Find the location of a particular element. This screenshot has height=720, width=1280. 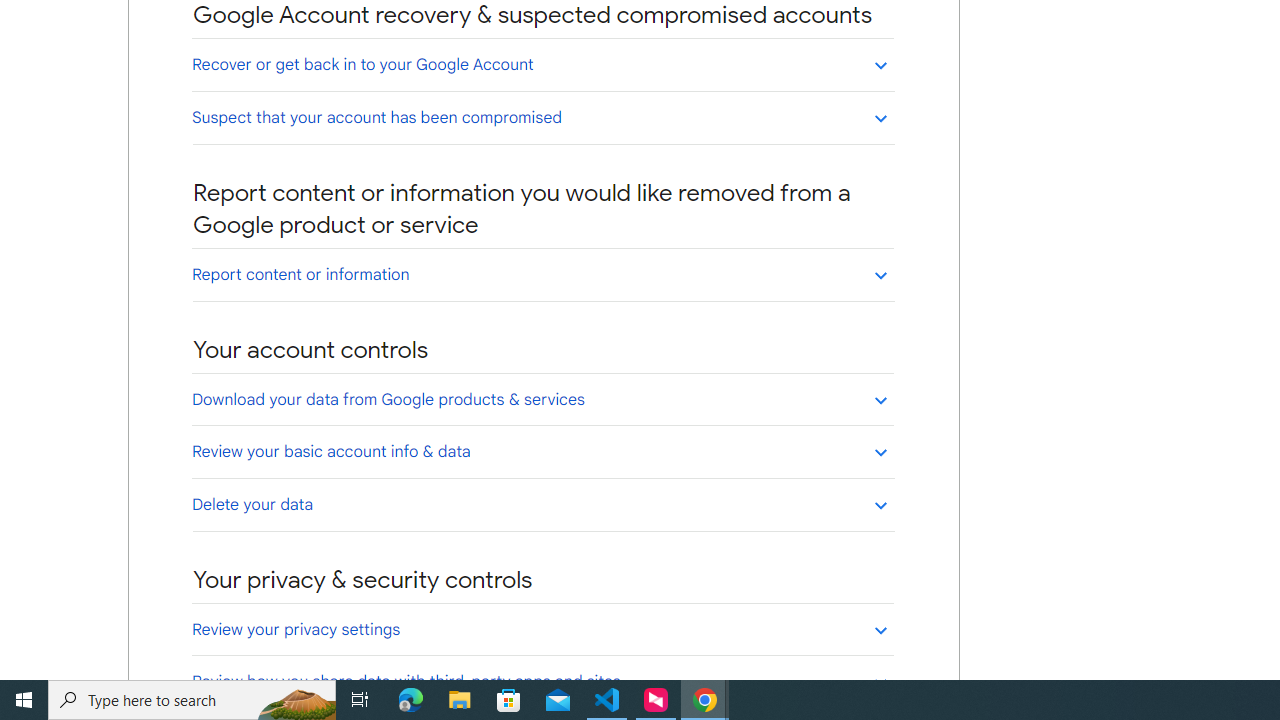

'Suspect that your account has been compromised' is located at coordinates (542, 117).